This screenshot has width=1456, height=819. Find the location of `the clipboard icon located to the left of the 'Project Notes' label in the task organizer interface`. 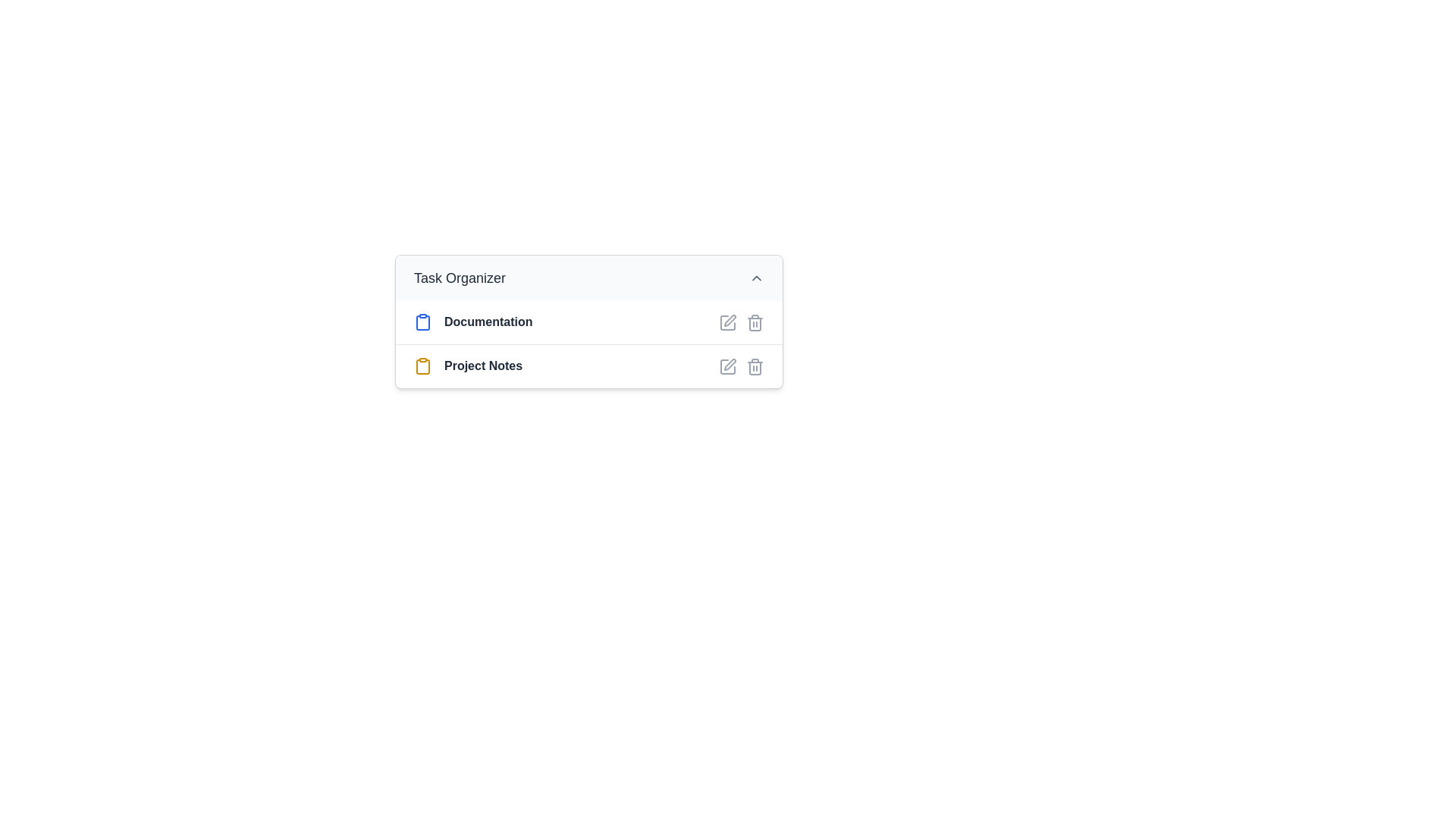

the clipboard icon located to the left of the 'Project Notes' label in the task organizer interface is located at coordinates (422, 366).